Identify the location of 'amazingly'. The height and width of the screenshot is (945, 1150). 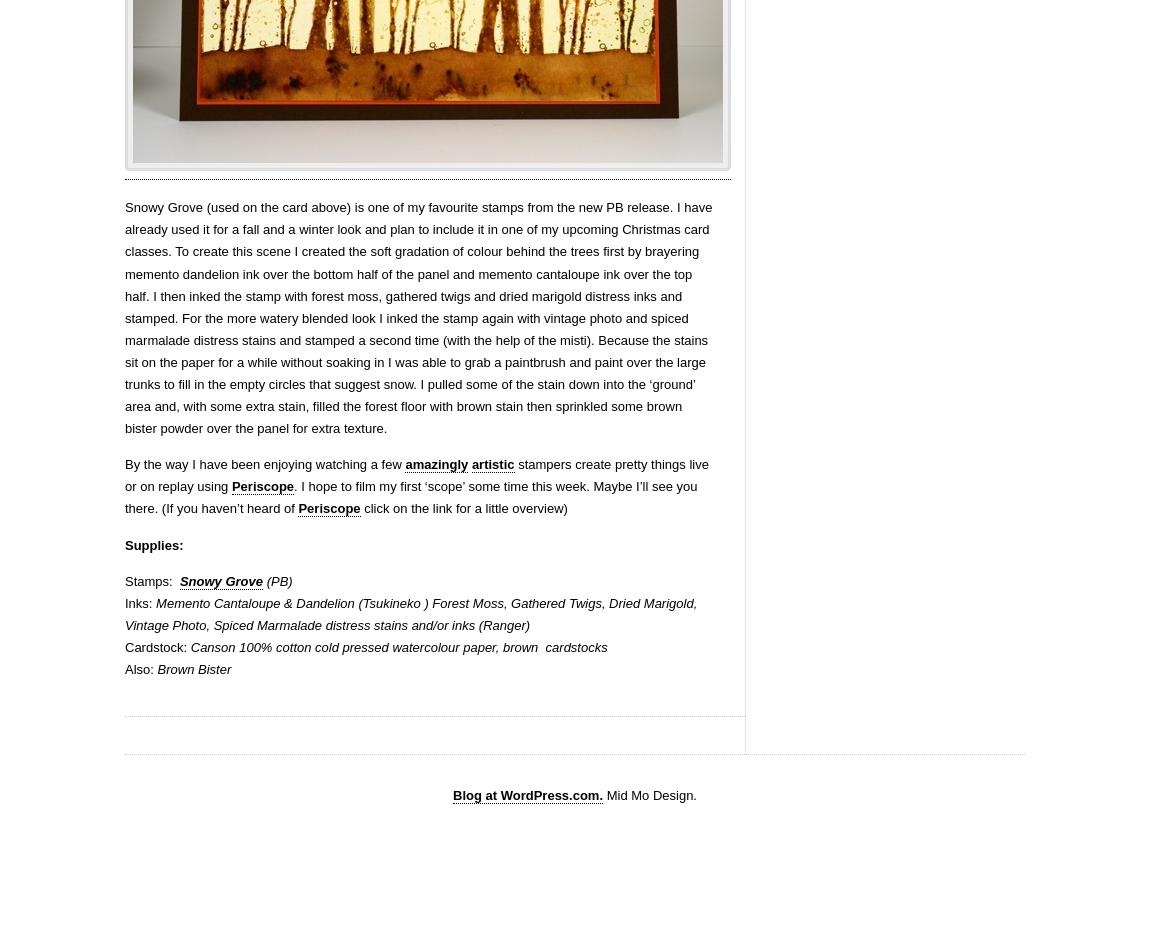
(436, 464).